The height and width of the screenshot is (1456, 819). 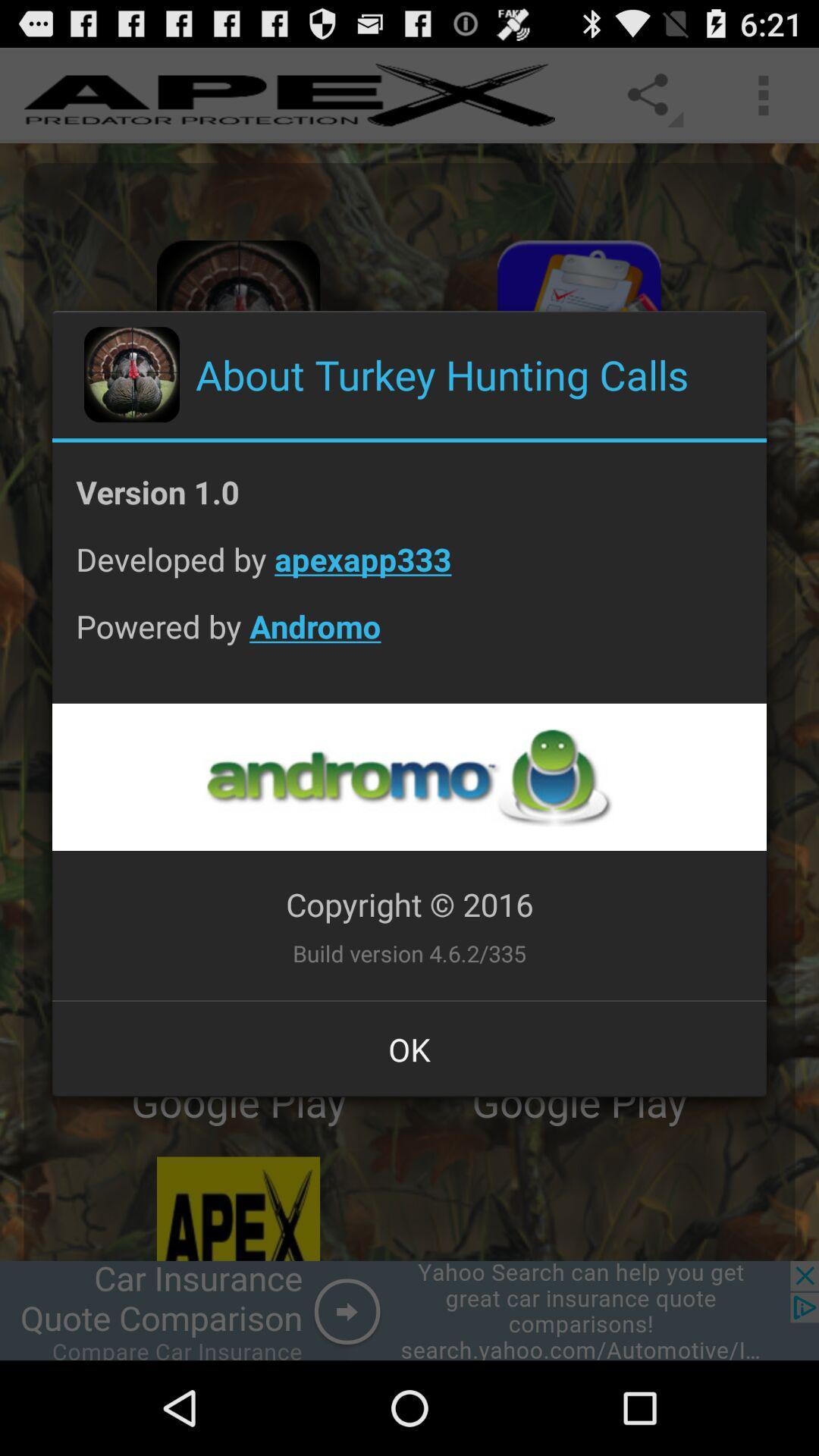 What do you see at coordinates (409, 570) in the screenshot?
I see `the icon below the version 1.0 app` at bounding box center [409, 570].